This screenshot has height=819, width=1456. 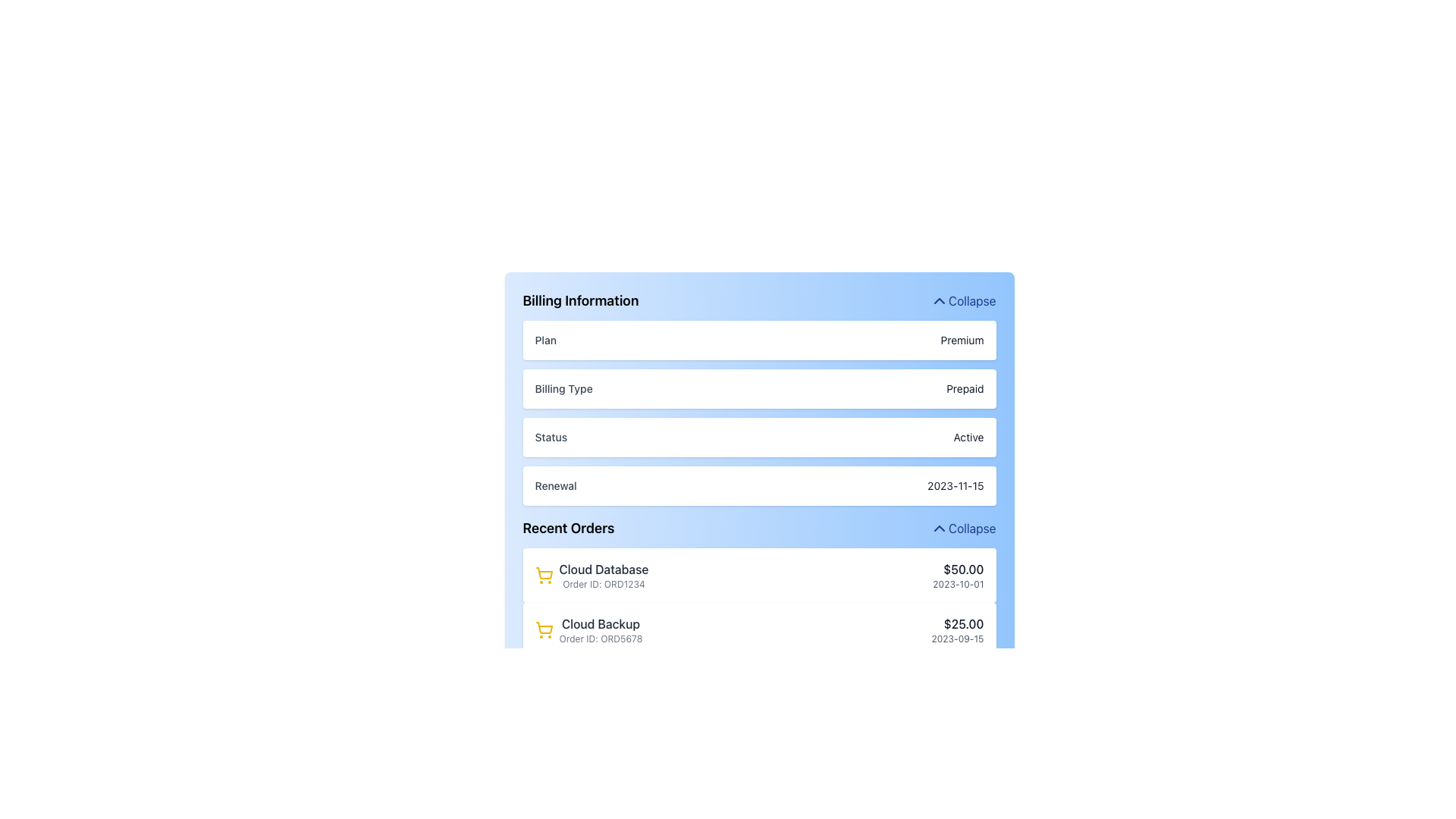 What do you see at coordinates (600, 623) in the screenshot?
I see `and copy the text label that reads 'Cloud Backup' located in the second order entry of the 'Recent Orders' section` at bounding box center [600, 623].